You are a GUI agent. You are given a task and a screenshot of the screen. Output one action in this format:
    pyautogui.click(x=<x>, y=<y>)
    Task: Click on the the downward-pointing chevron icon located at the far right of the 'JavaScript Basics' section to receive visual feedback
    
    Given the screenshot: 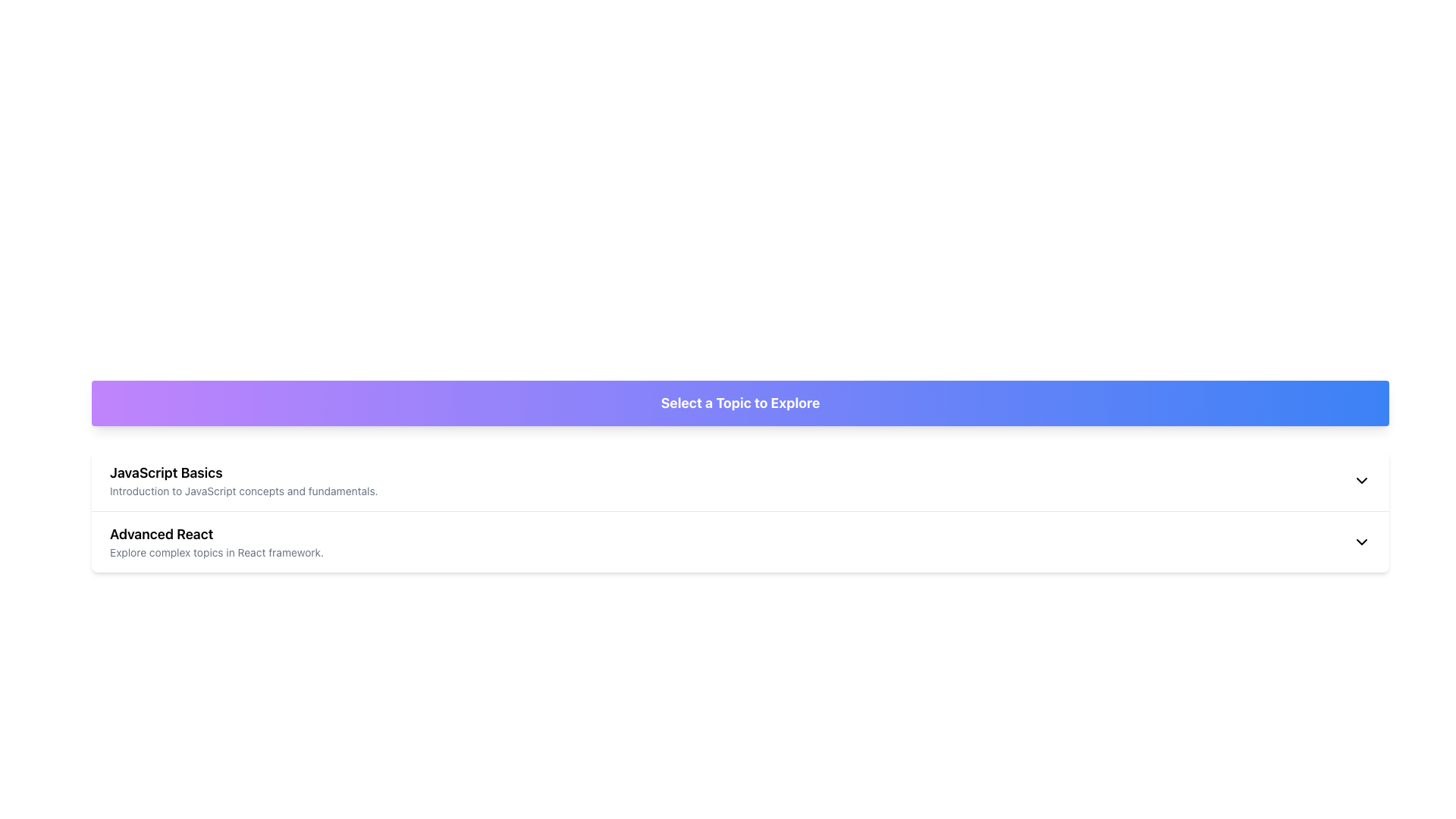 What is the action you would take?
    pyautogui.click(x=1361, y=480)
    